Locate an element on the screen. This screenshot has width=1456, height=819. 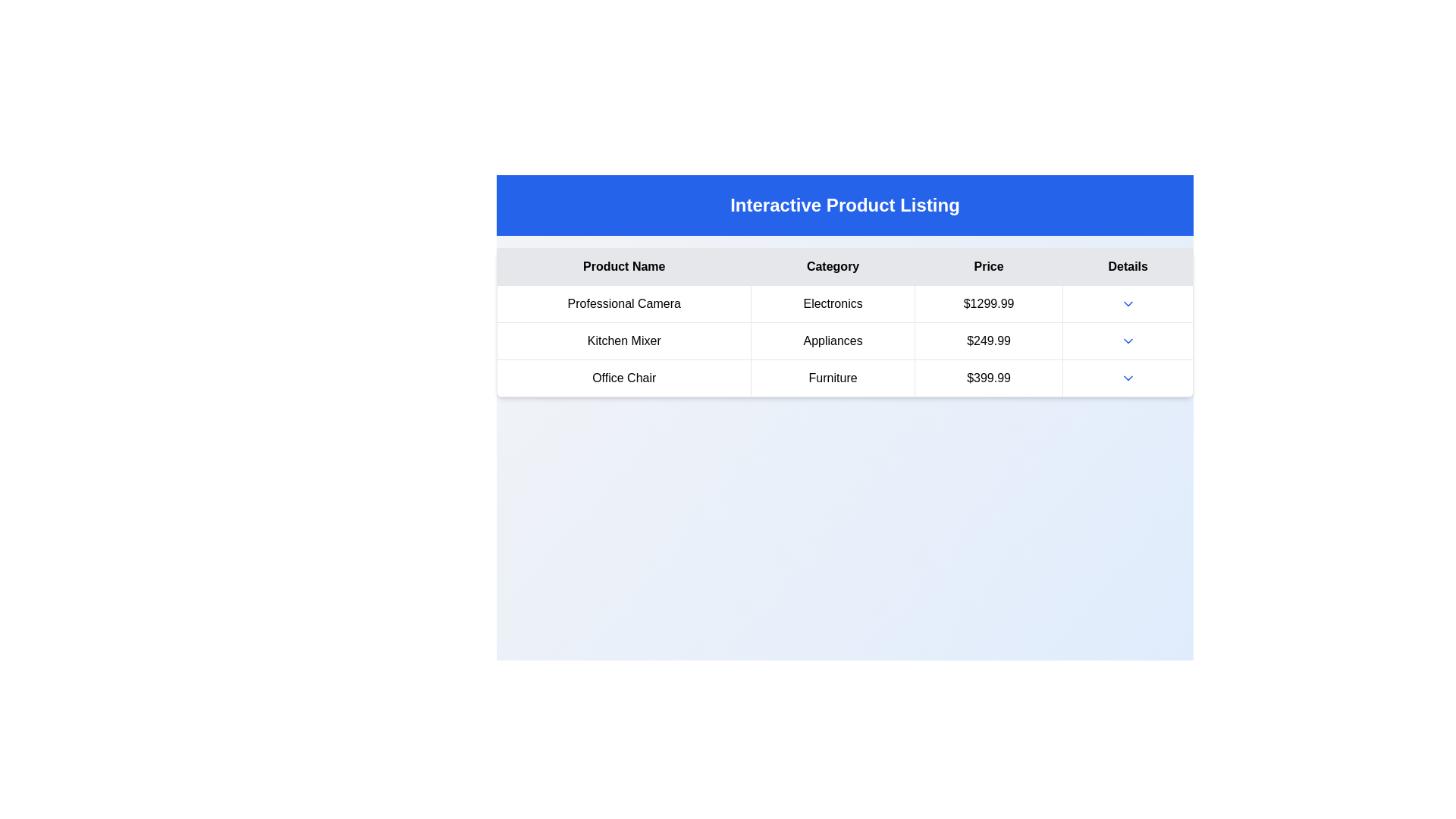
the chevron icon in the 'Details' column of the first row of the product listing table to trigger a tooltip is located at coordinates (1128, 304).